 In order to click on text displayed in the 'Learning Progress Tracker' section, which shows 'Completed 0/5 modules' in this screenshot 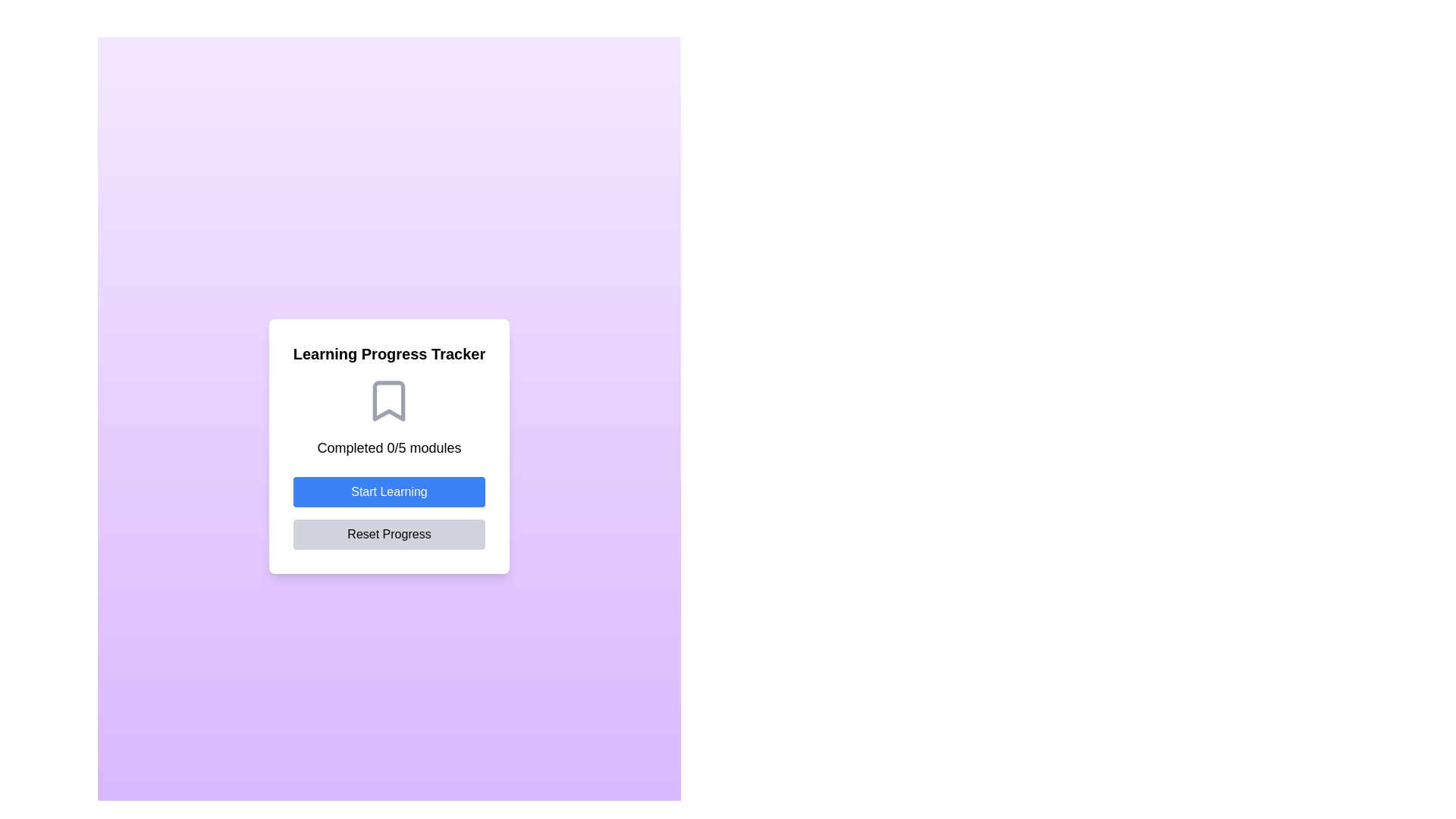, I will do `click(389, 447)`.